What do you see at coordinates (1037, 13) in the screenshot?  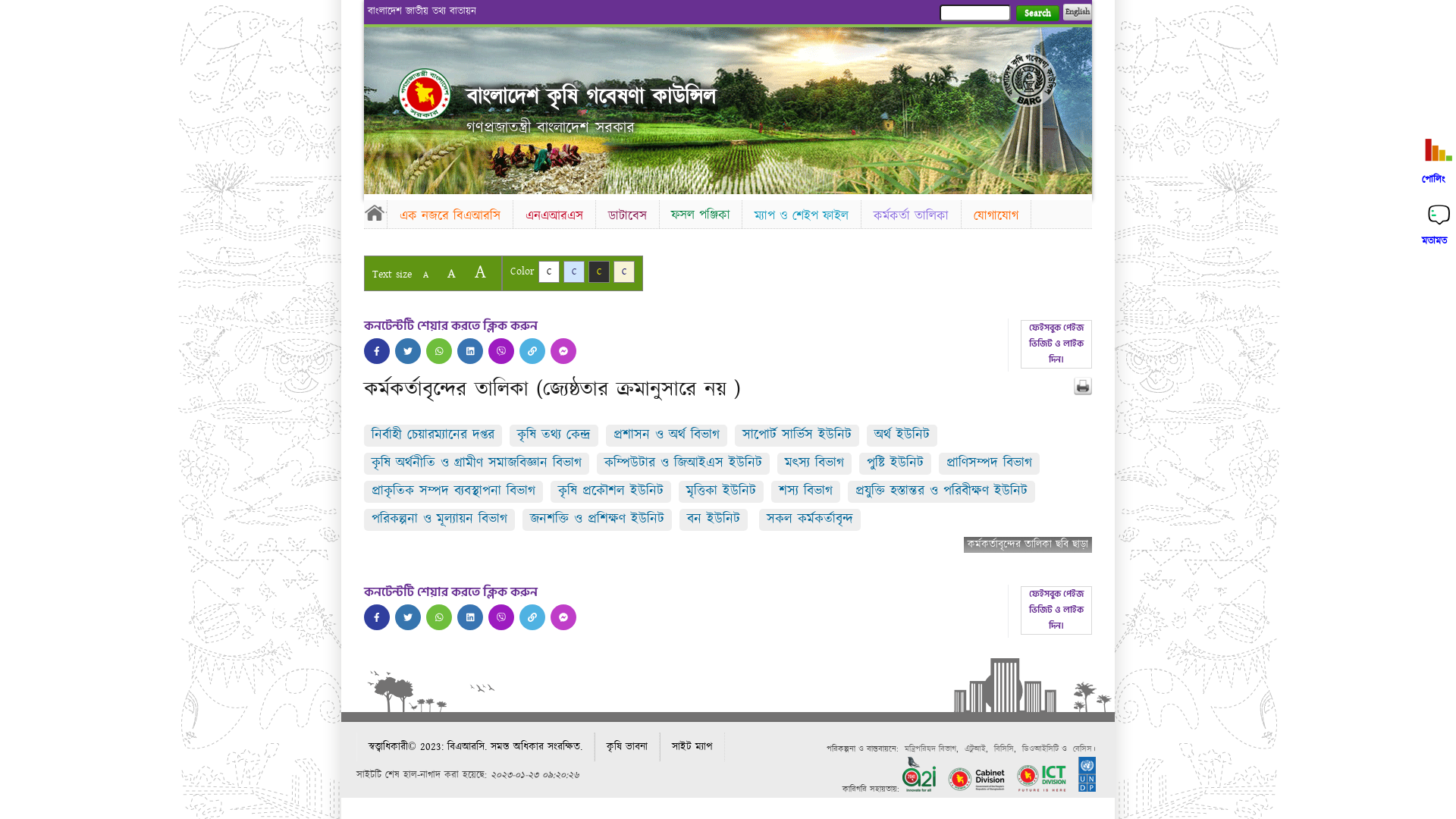 I see `'Search'` at bounding box center [1037, 13].